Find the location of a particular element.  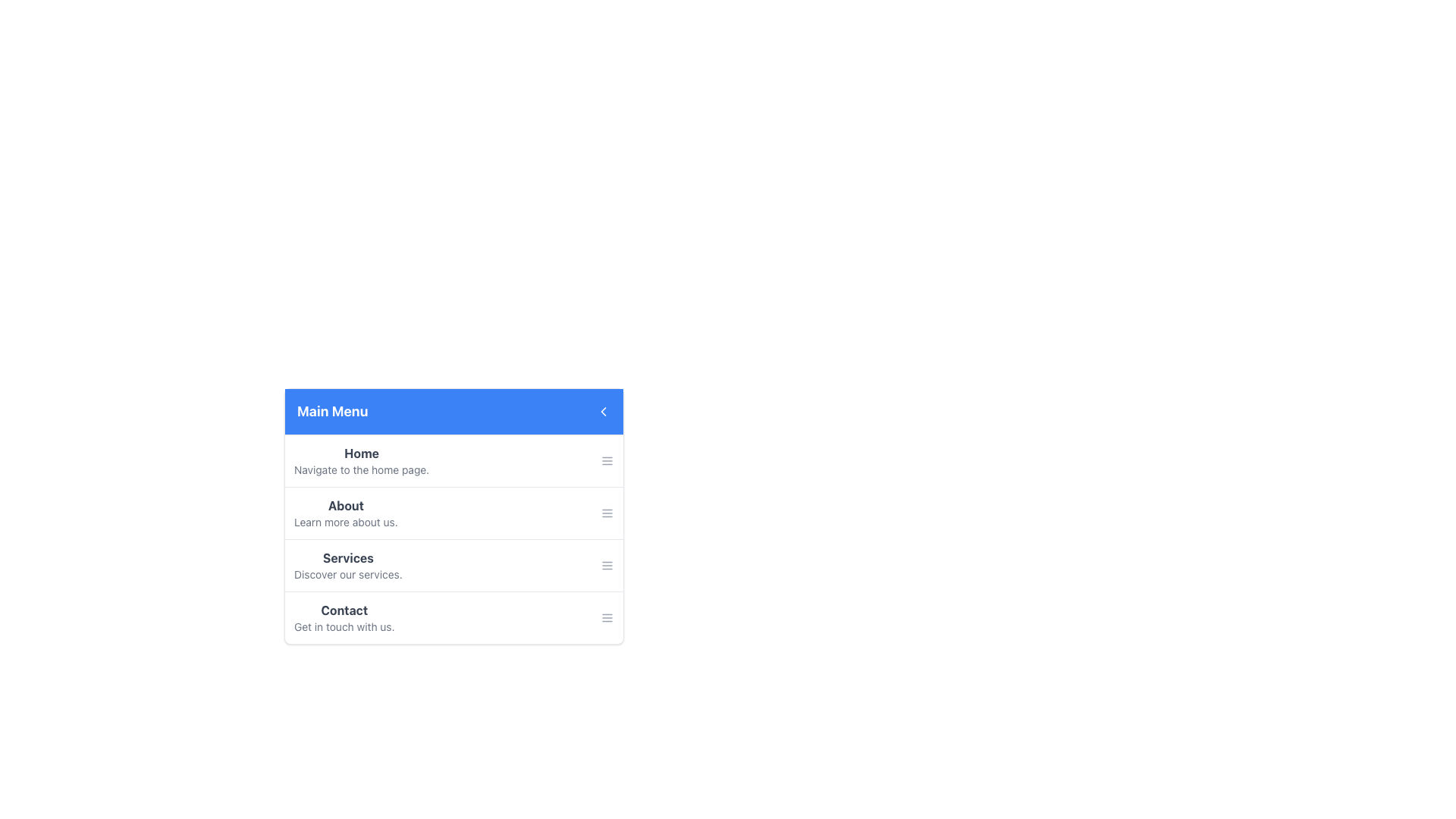

the 'Services' Text Label located in the third row of the Main Menu is located at coordinates (347, 565).